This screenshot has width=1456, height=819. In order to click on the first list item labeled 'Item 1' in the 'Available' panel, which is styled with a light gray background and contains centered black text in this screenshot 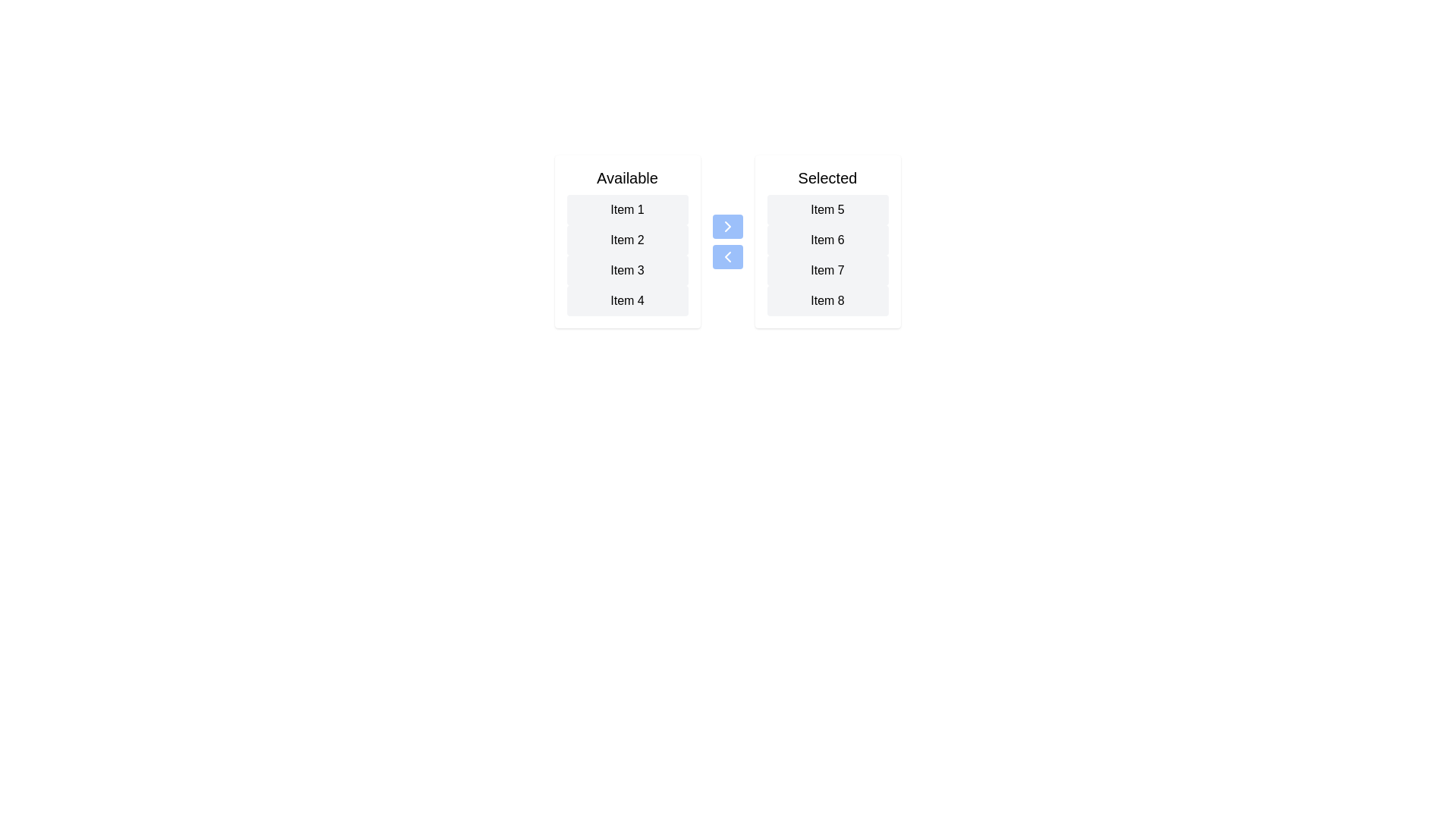, I will do `click(627, 210)`.